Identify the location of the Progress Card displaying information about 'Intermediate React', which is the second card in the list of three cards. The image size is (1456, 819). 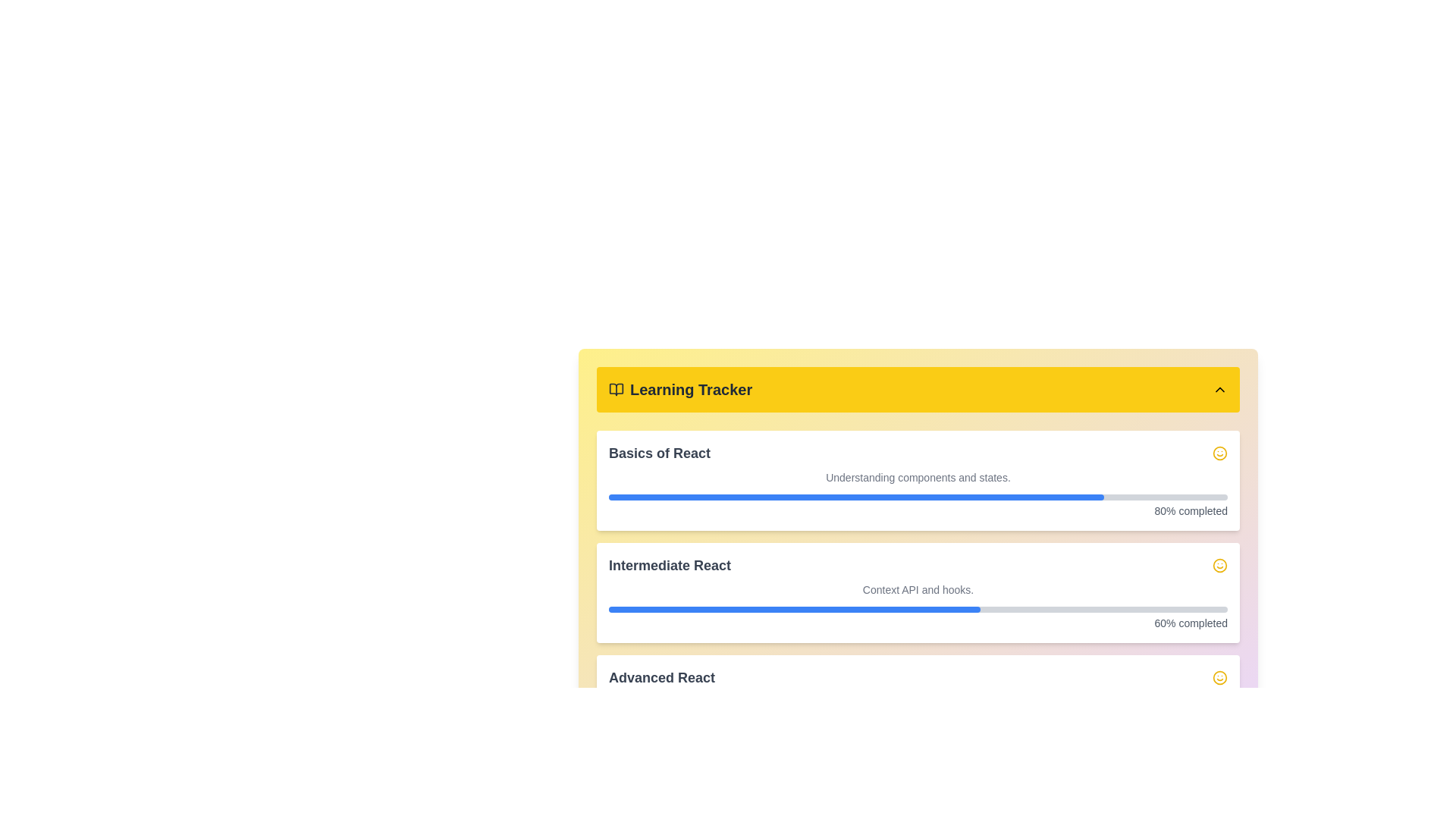
(917, 592).